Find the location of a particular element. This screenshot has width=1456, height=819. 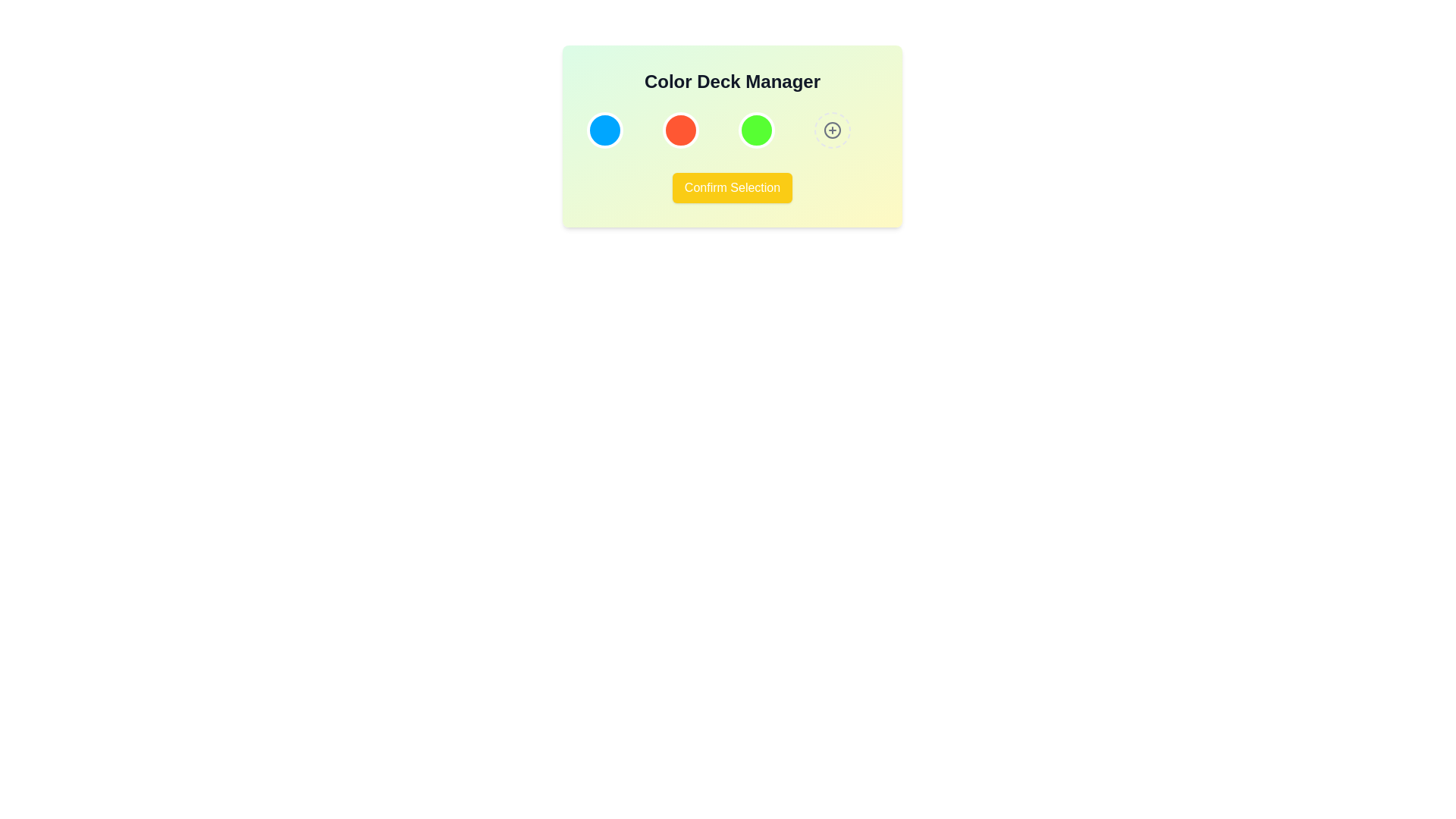

the first selectable circle, which is a blue filled circle with a white border, located near the top center of the interface is located at coordinates (604, 130).